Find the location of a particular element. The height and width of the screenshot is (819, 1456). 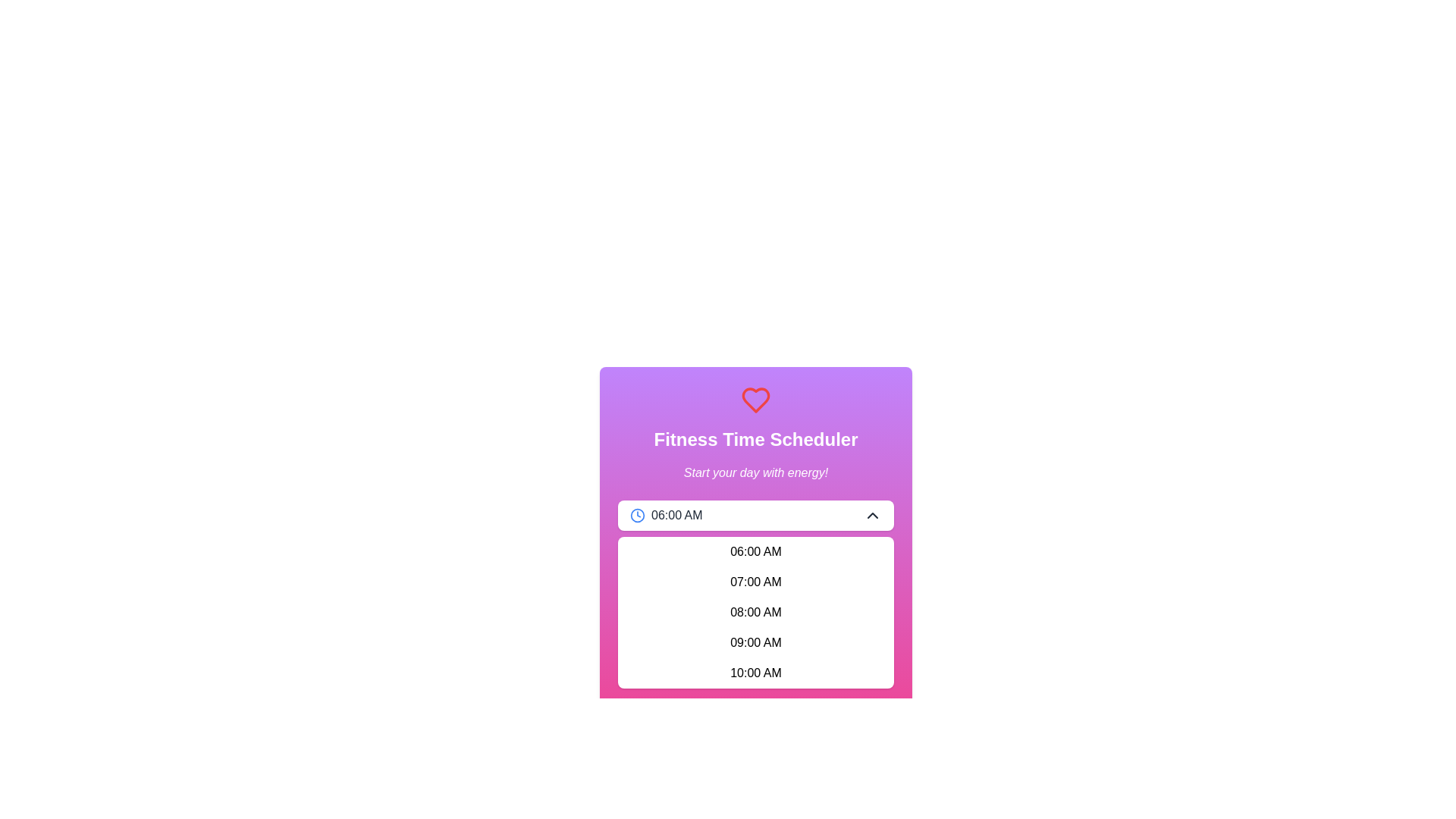

the list item displaying the time '08:00 AM', which is the third item in the dropdown list of time options is located at coordinates (756, 611).